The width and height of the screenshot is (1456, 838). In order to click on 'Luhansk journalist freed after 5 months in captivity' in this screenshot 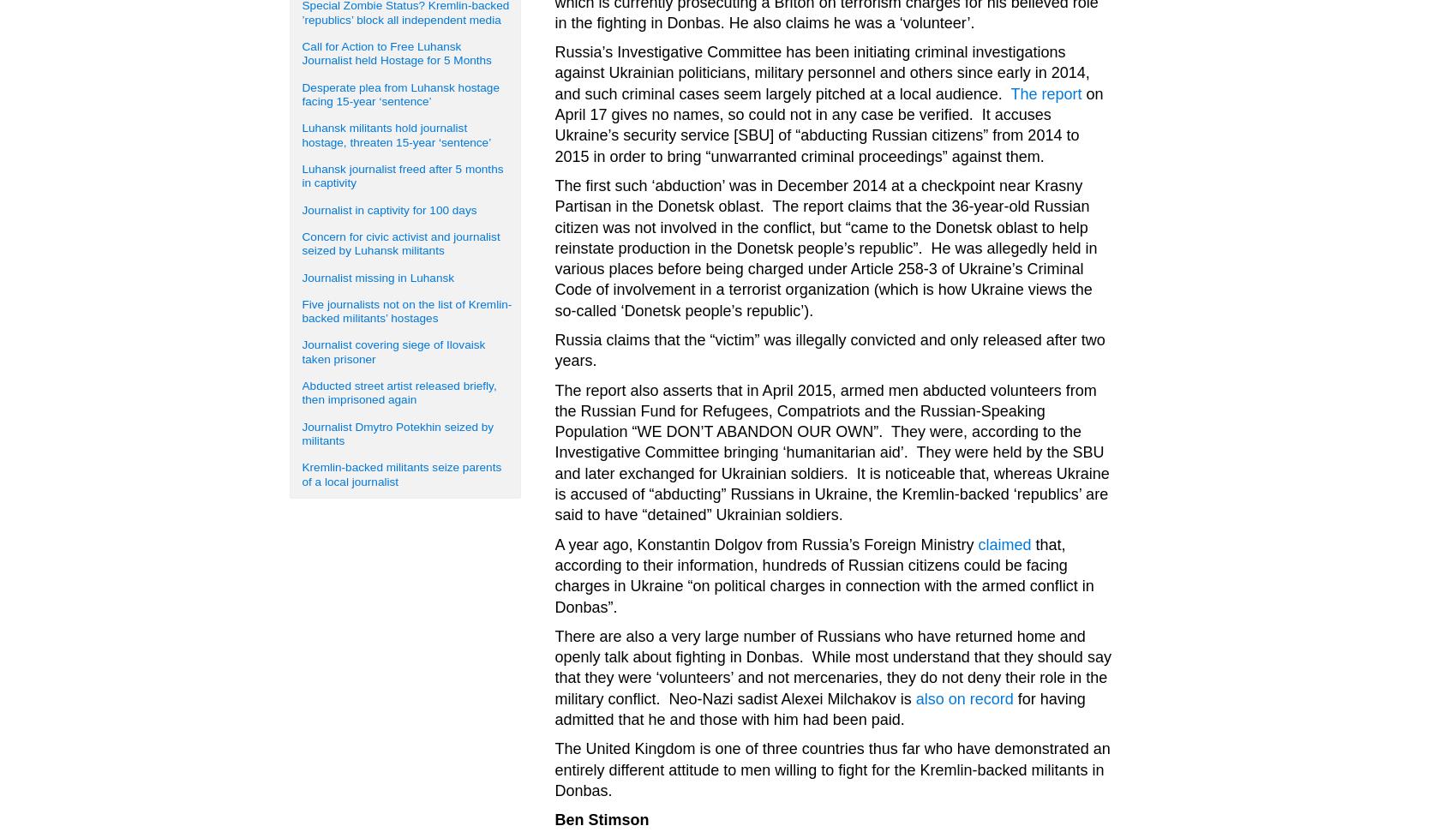, I will do `click(402, 175)`.